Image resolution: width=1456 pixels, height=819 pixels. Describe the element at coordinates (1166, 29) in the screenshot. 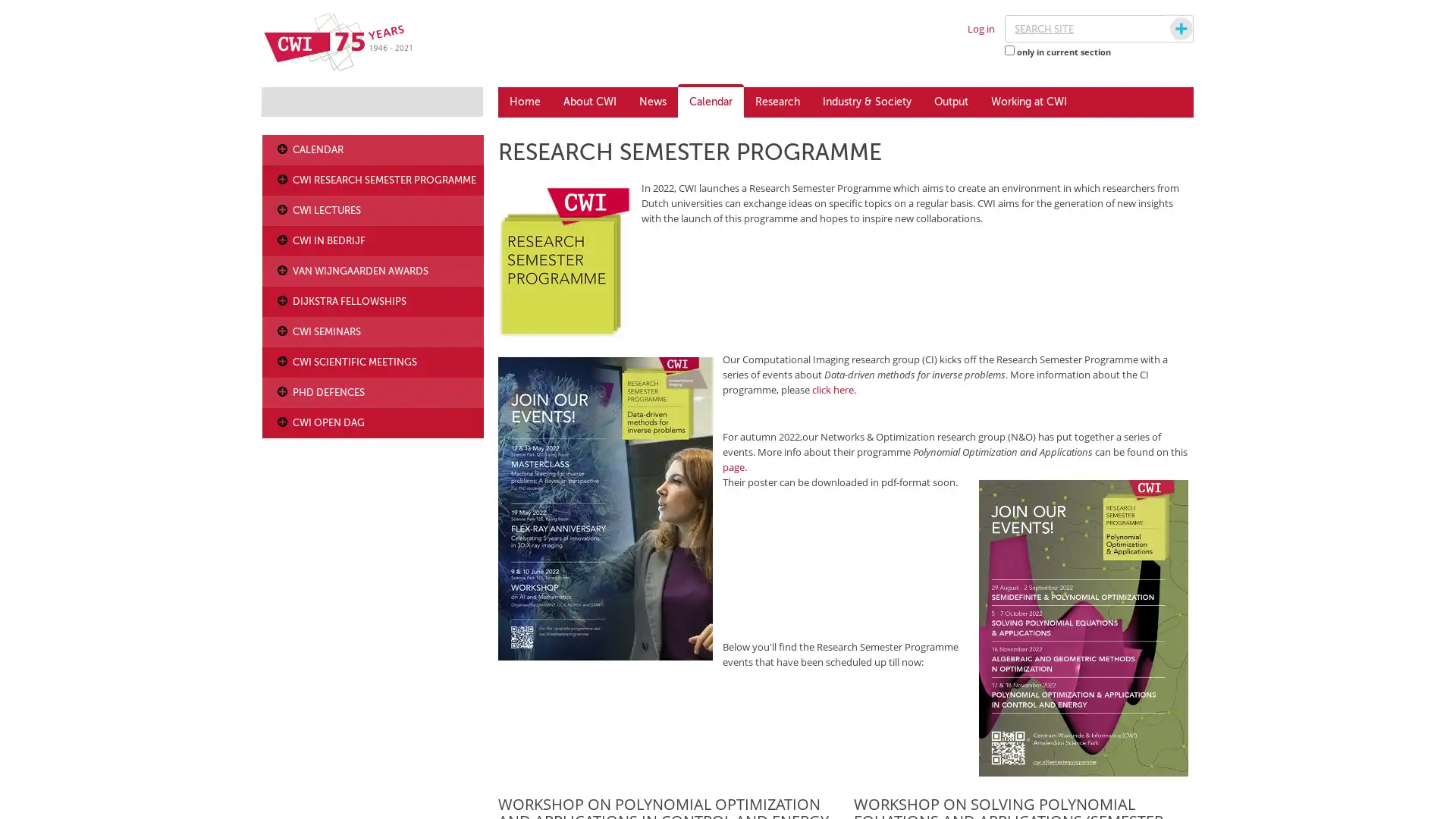

I see `Search` at that location.